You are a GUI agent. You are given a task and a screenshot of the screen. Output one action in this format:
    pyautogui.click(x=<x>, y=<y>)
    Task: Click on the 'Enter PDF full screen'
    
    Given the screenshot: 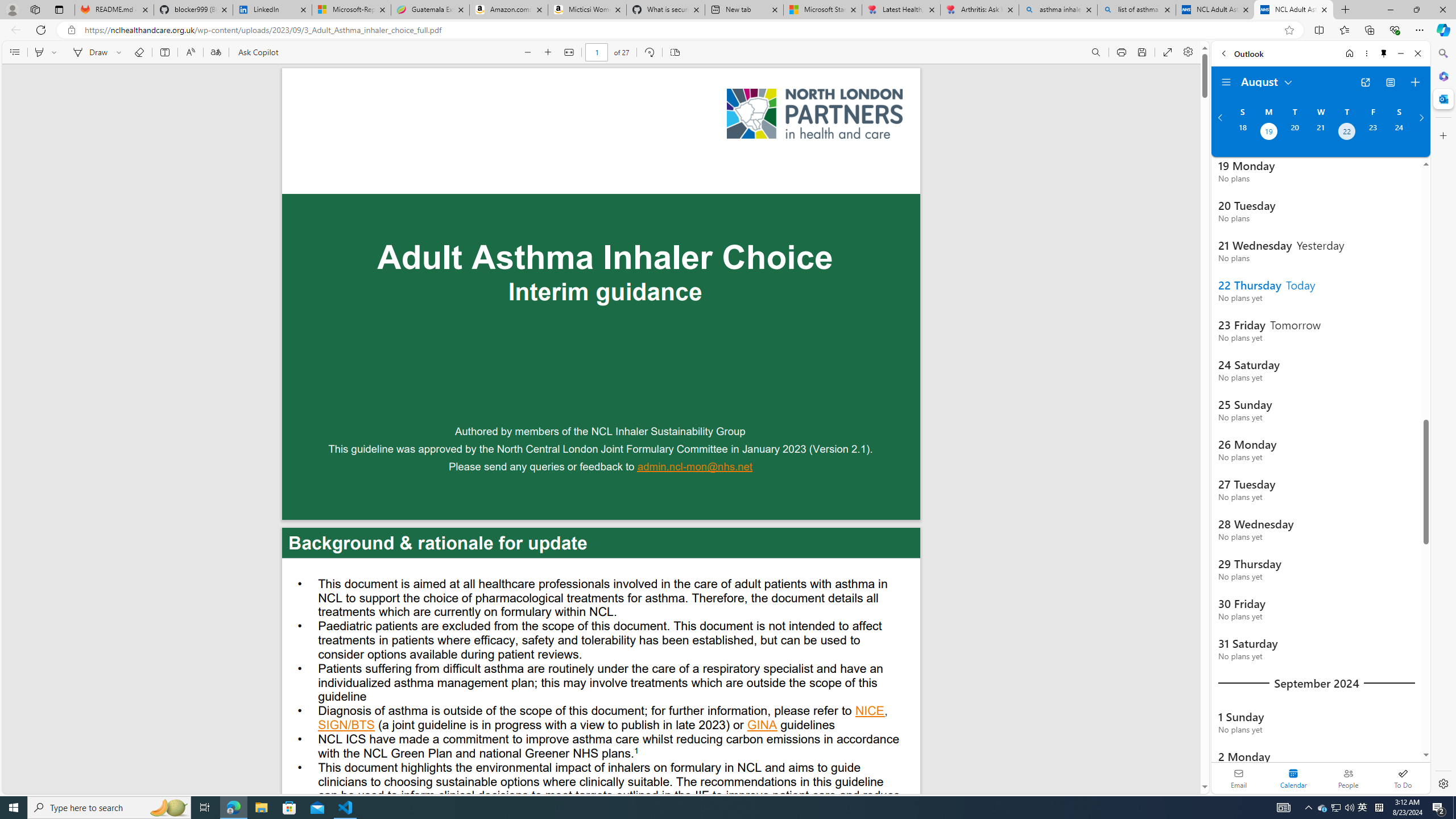 What is the action you would take?
    pyautogui.click(x=1168, y=52)
    